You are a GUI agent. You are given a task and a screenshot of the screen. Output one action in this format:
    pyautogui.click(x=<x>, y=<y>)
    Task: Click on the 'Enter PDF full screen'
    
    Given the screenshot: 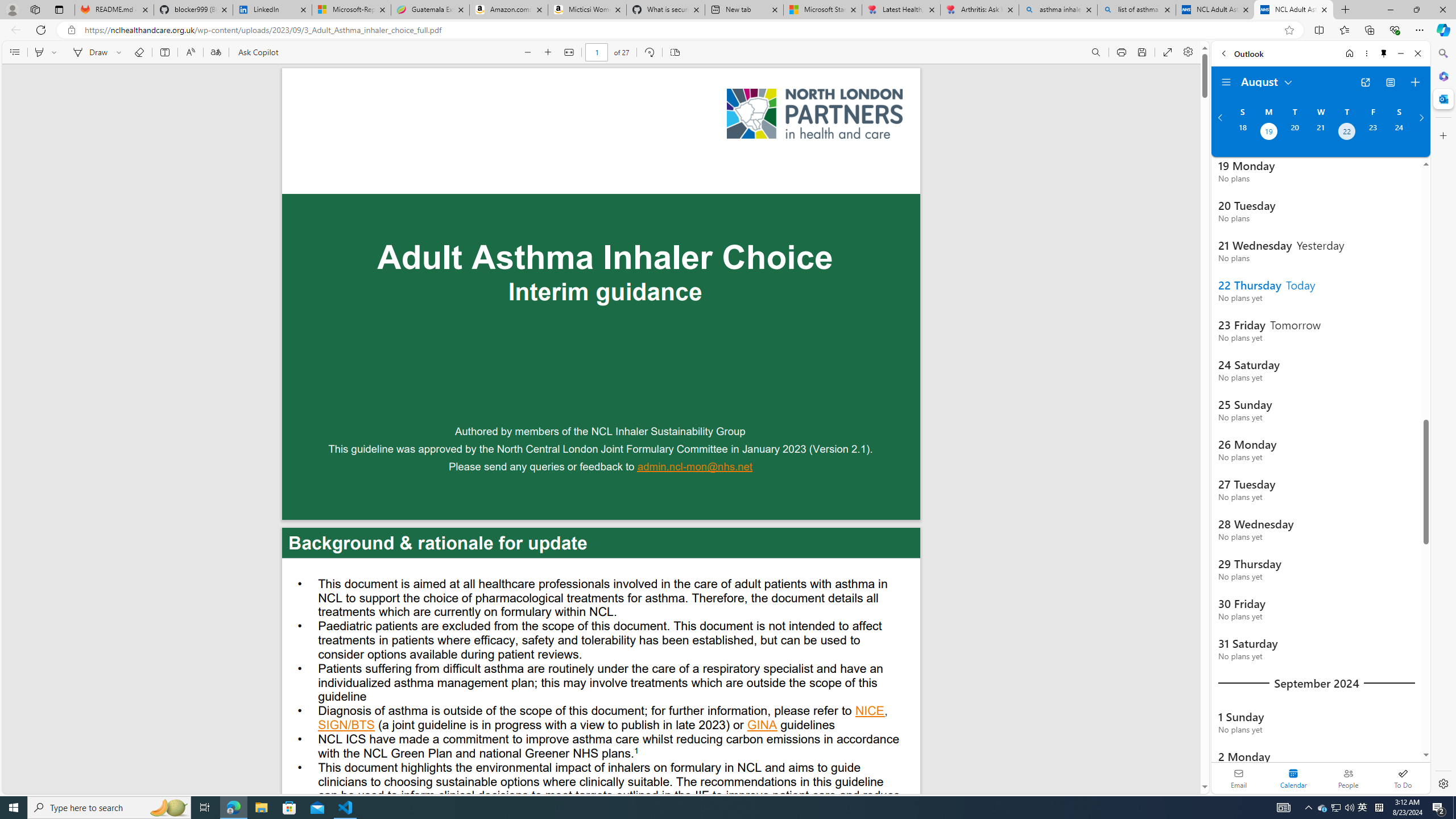 What is the action you would take?
    pyautogui.click(x=1168, y=52)
    